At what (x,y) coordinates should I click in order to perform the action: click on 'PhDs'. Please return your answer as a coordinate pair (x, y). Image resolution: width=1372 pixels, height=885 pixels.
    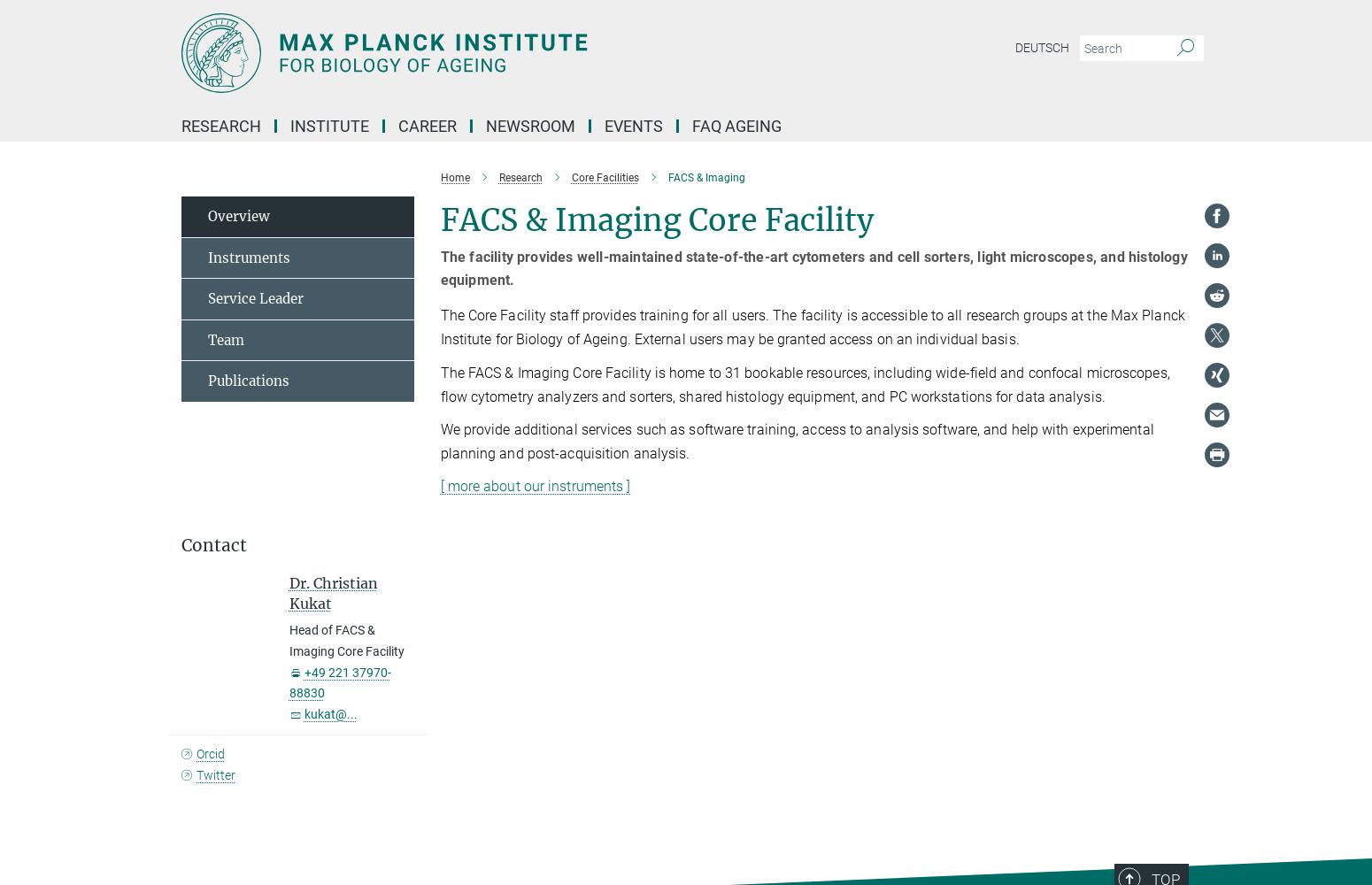
    Looking at the image, I should click on (467, 289).